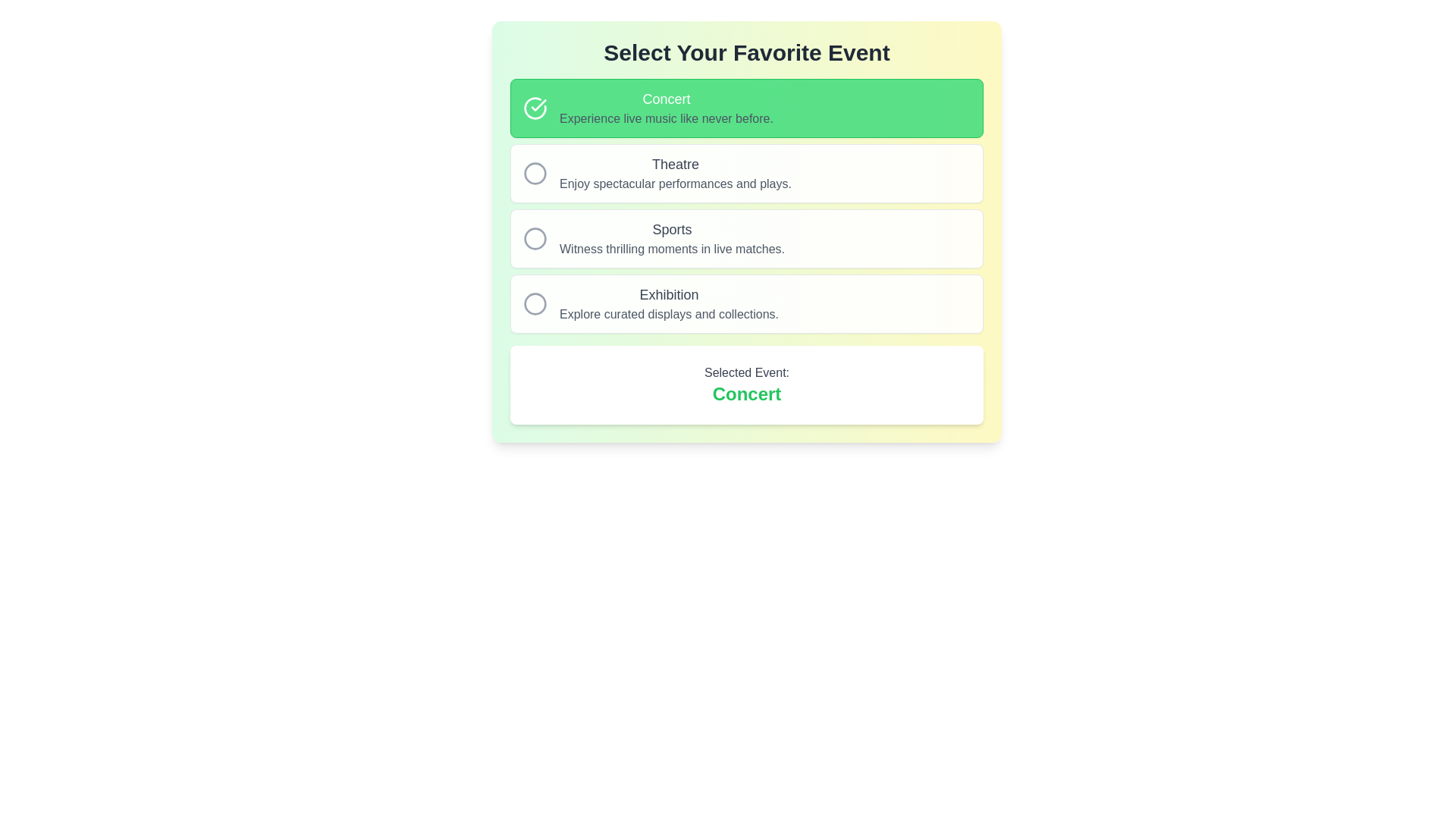  Describe the element at coordinates (746, 206) in the screenshot. I see `the 'Theatre' button, which is the second option in the list of events` at that location.